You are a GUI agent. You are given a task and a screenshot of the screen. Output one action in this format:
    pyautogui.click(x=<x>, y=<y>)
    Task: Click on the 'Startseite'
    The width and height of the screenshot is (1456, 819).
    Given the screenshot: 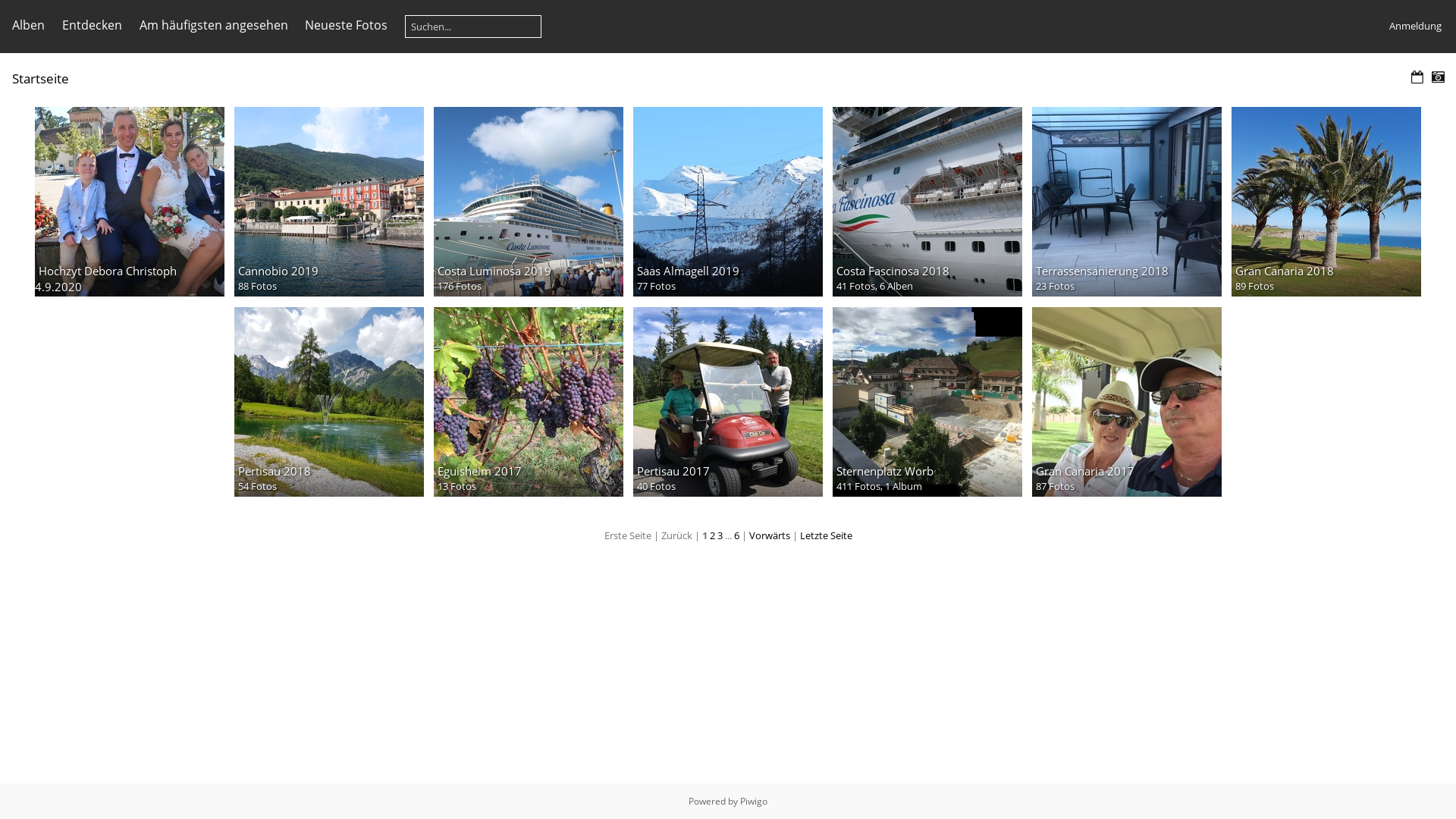 What is the action you would take?
    pyautogui.click(x=11, y=78)
    